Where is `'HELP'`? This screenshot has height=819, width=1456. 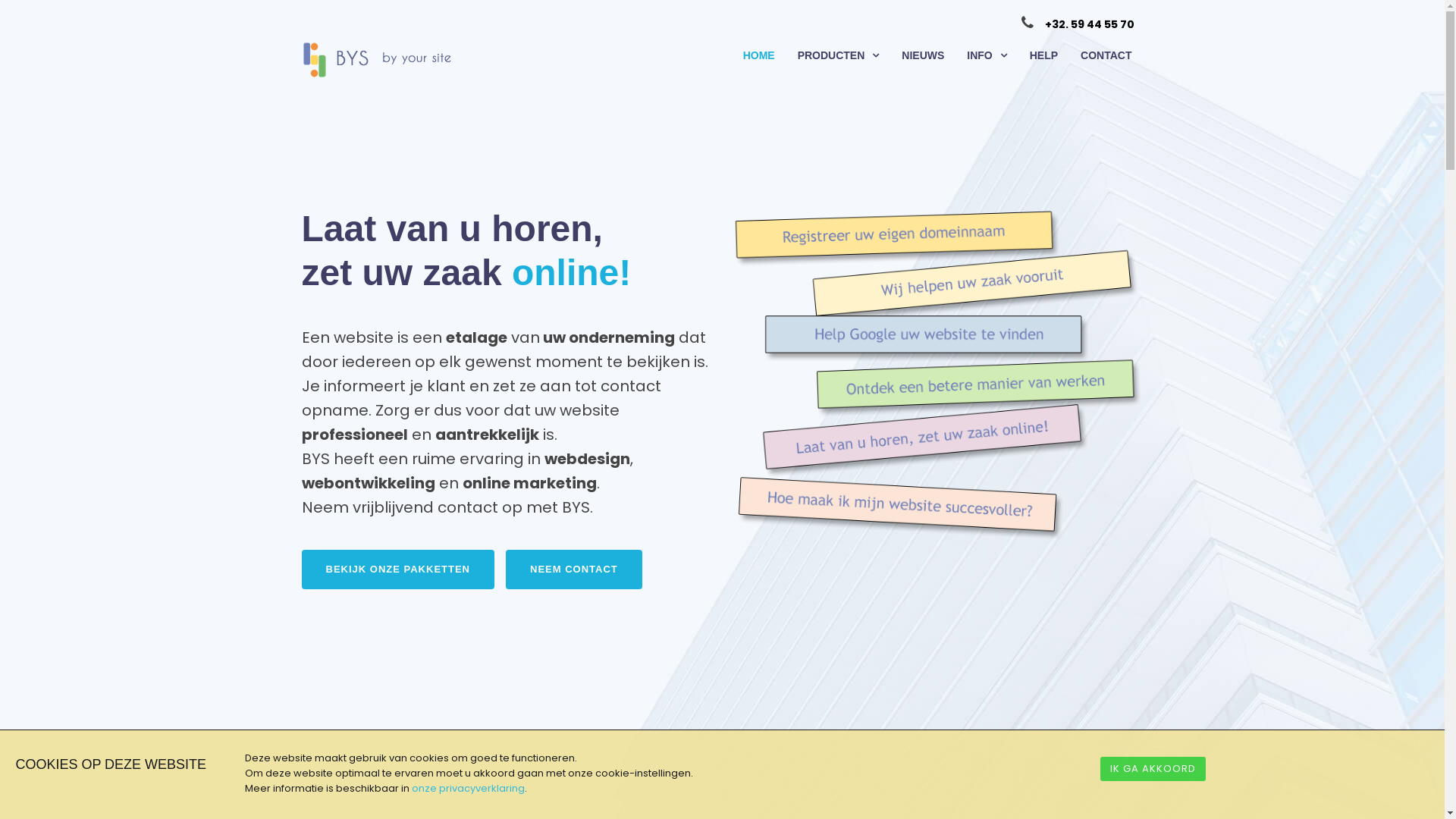 'HELP' is located at coordinates (1043, 55).